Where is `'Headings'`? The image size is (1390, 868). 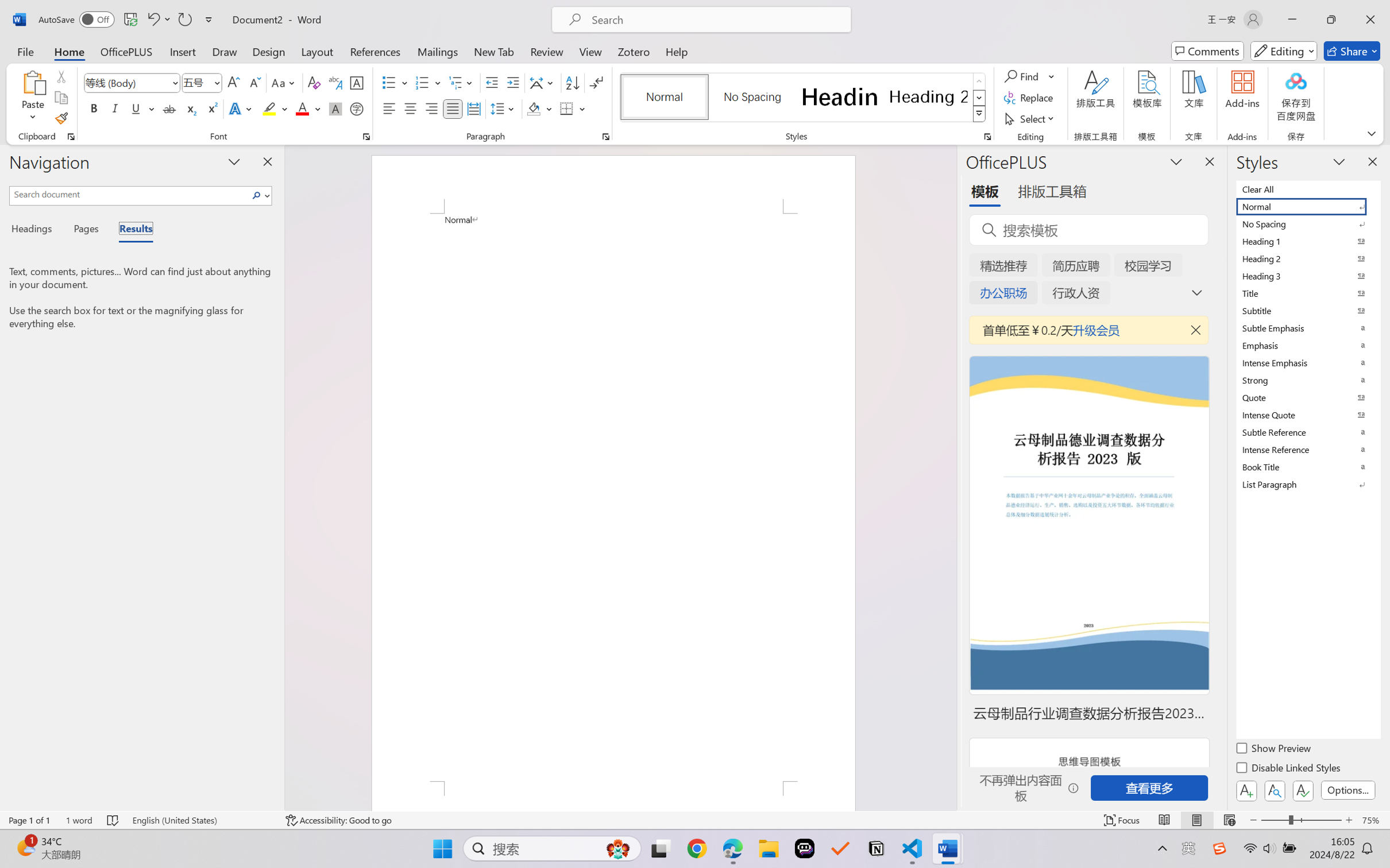 'Headings' is located at coordinates (35, 230).